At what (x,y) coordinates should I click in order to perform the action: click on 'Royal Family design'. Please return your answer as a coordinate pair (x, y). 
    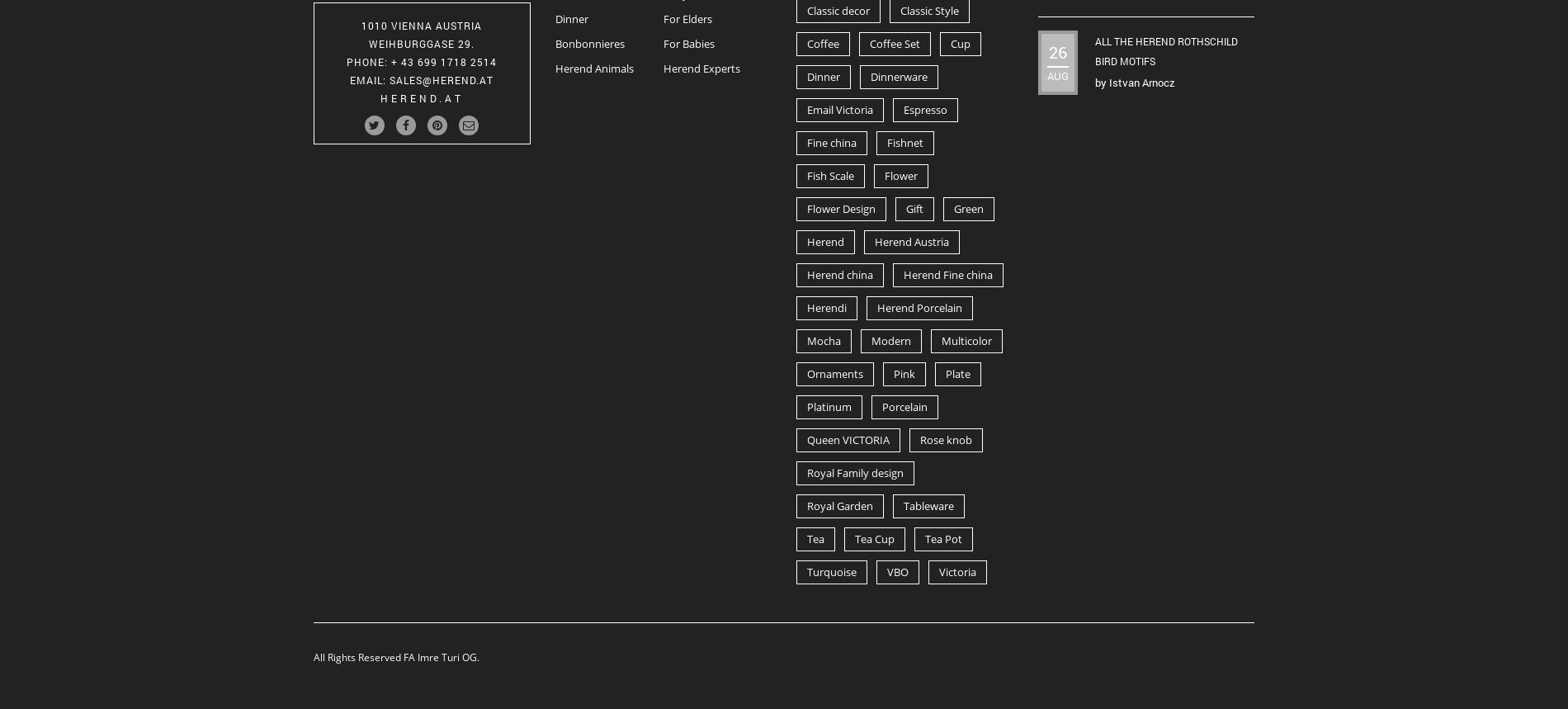
    Looking at the image, I should click on (855, 471).